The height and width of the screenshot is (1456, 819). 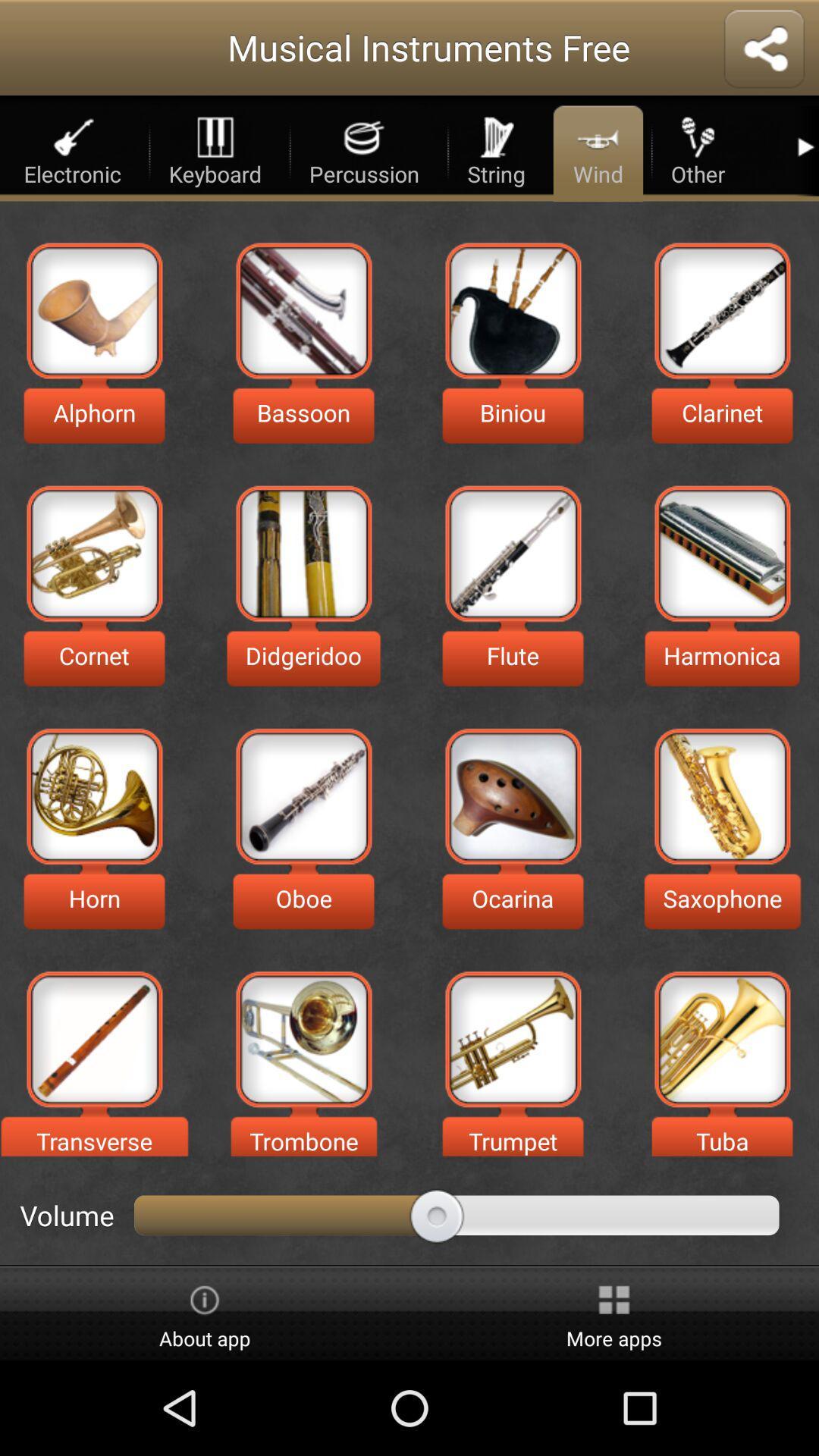 What do you see at coordinates (512, 309) in the screenshot?
I see `choose your choice` at bounding box center [512, 309].